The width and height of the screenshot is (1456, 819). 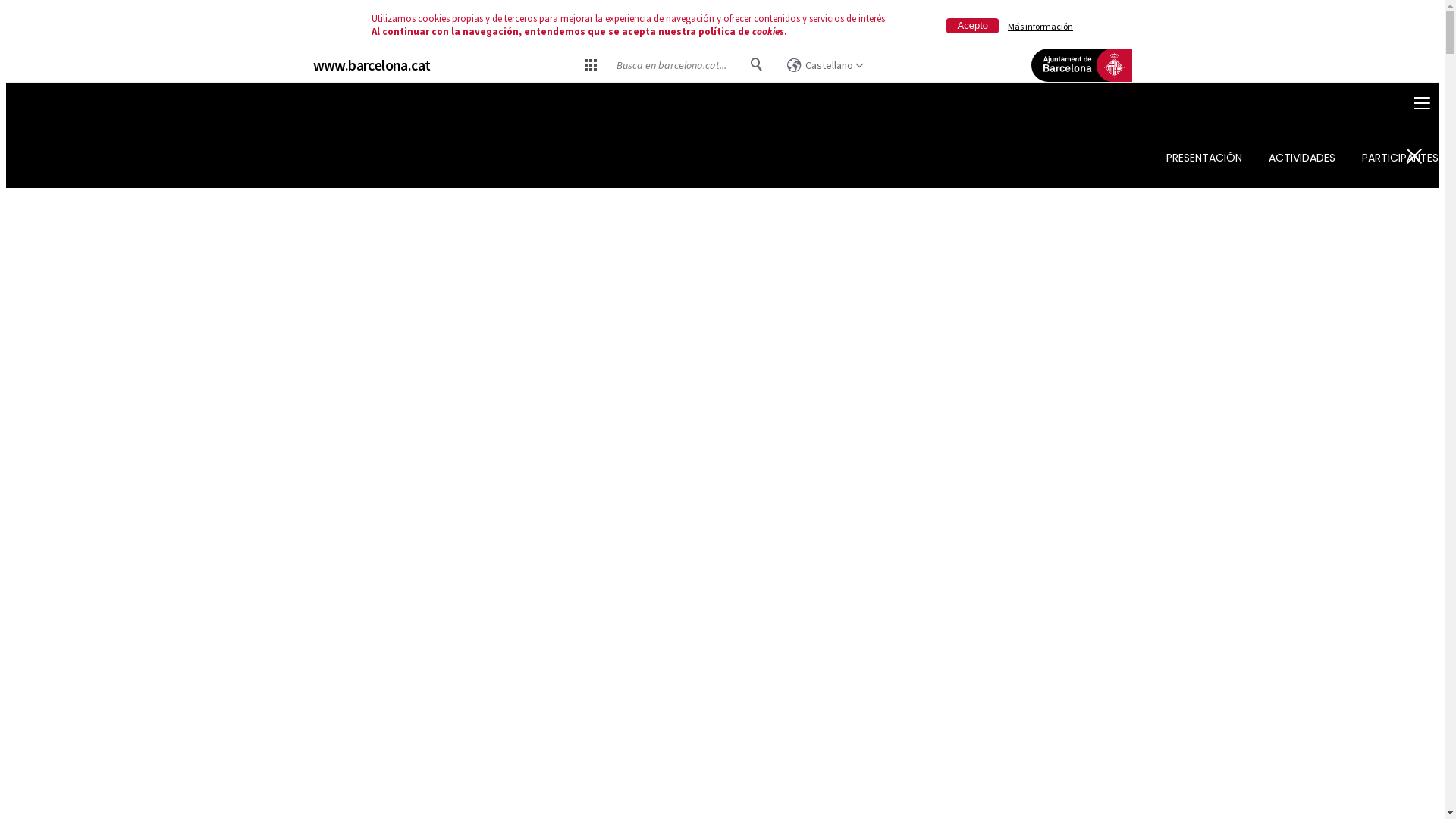 What do you see at coordinates (1399, 158) in the screenshot?
I see `'PARTICIPANTES'` at bounding box center [1399, 158].